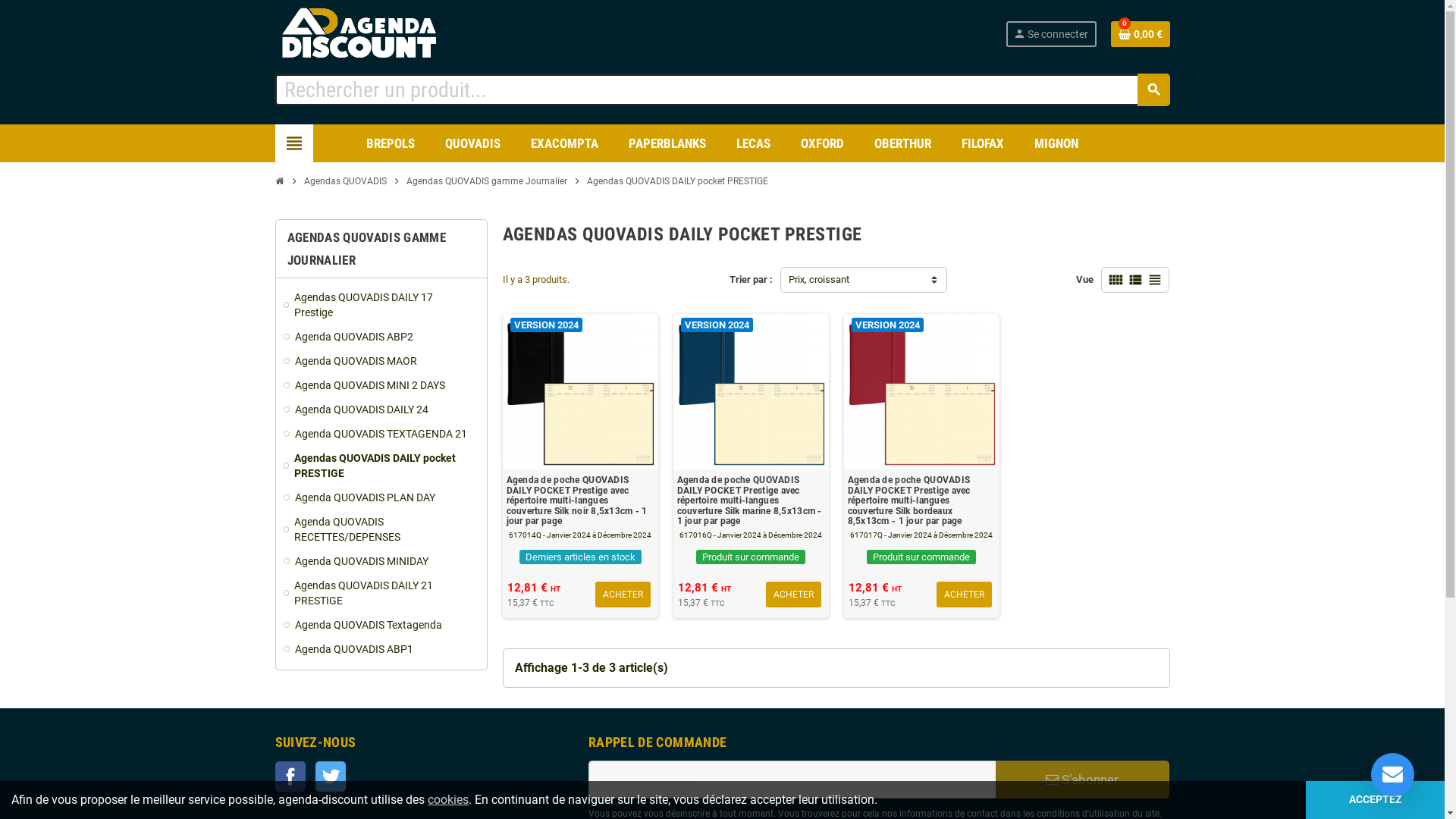 This screenshot has width=1456, height=819. Describe the element at coordinates (432, 143) in the screenshot. I see `'QUOVADIS'` at that location.